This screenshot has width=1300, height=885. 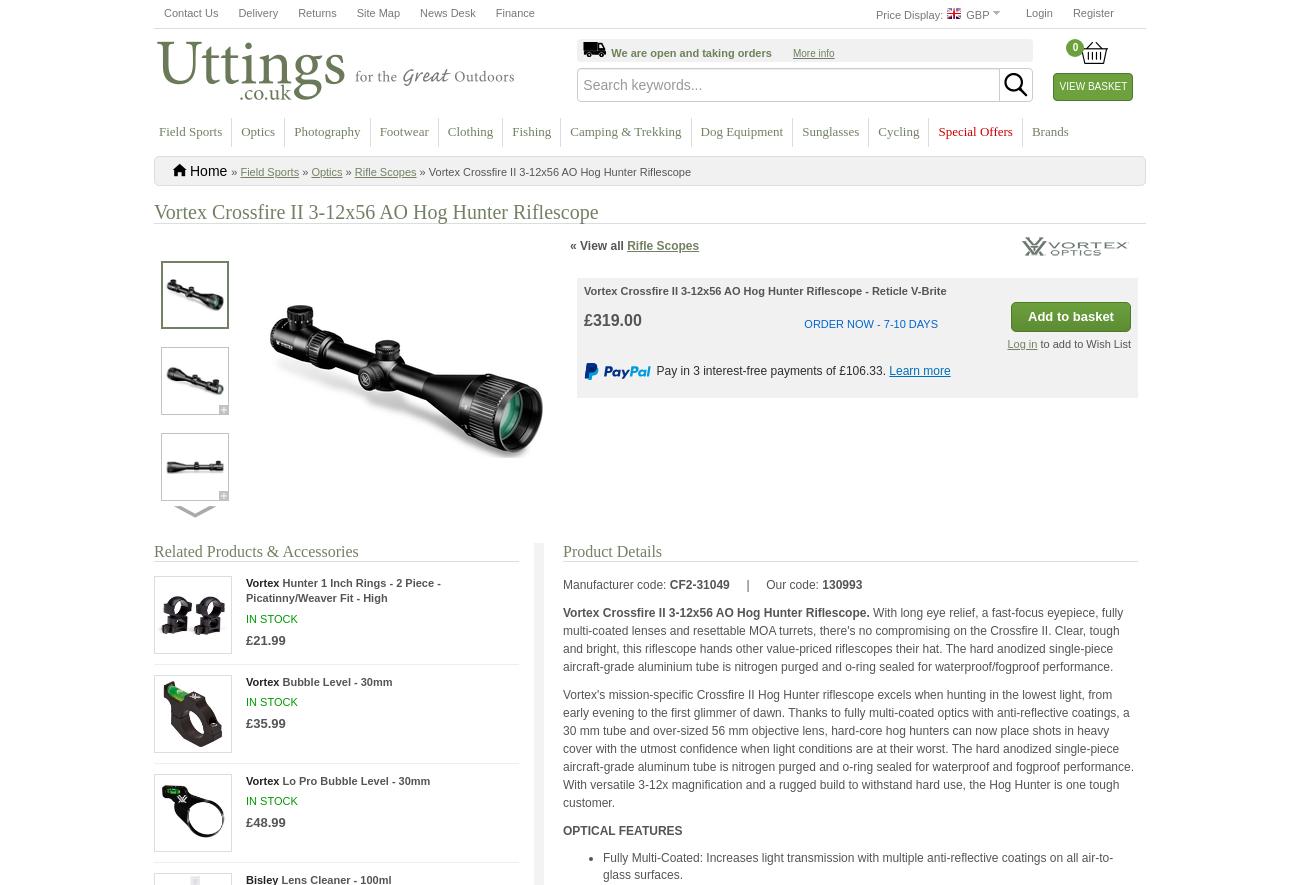 What do you see at coordinates (612, 549) in the screenshot?
I see `'Product Details'` at bounding box center [612, 549].